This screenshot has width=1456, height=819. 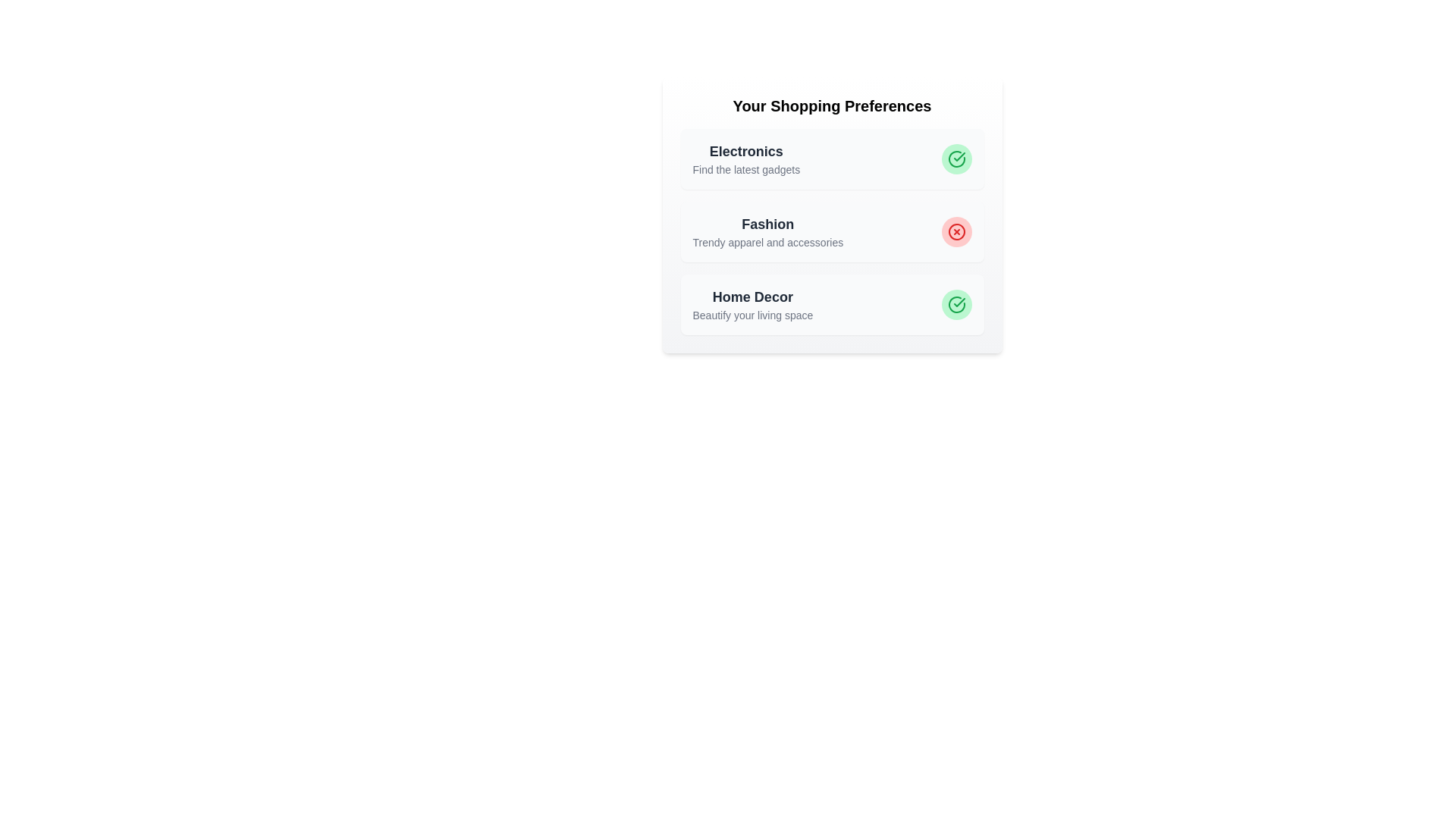 What do you see at coordinates (767, 224) in the screenshot?
I see `the title and description of the preference item Fashion` at bounding box center [767, 224].